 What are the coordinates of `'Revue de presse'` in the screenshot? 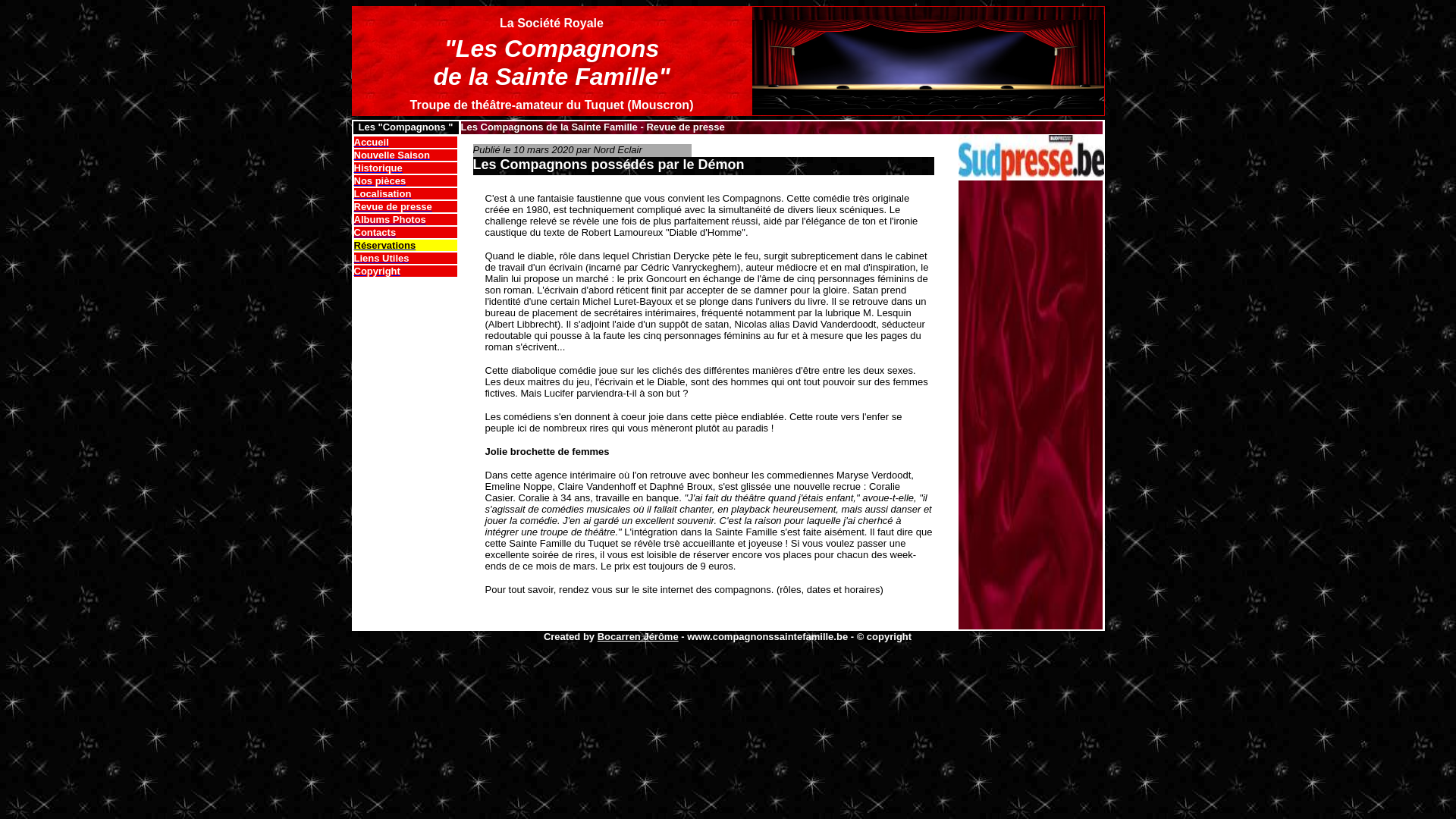 It's located at (392, 206).